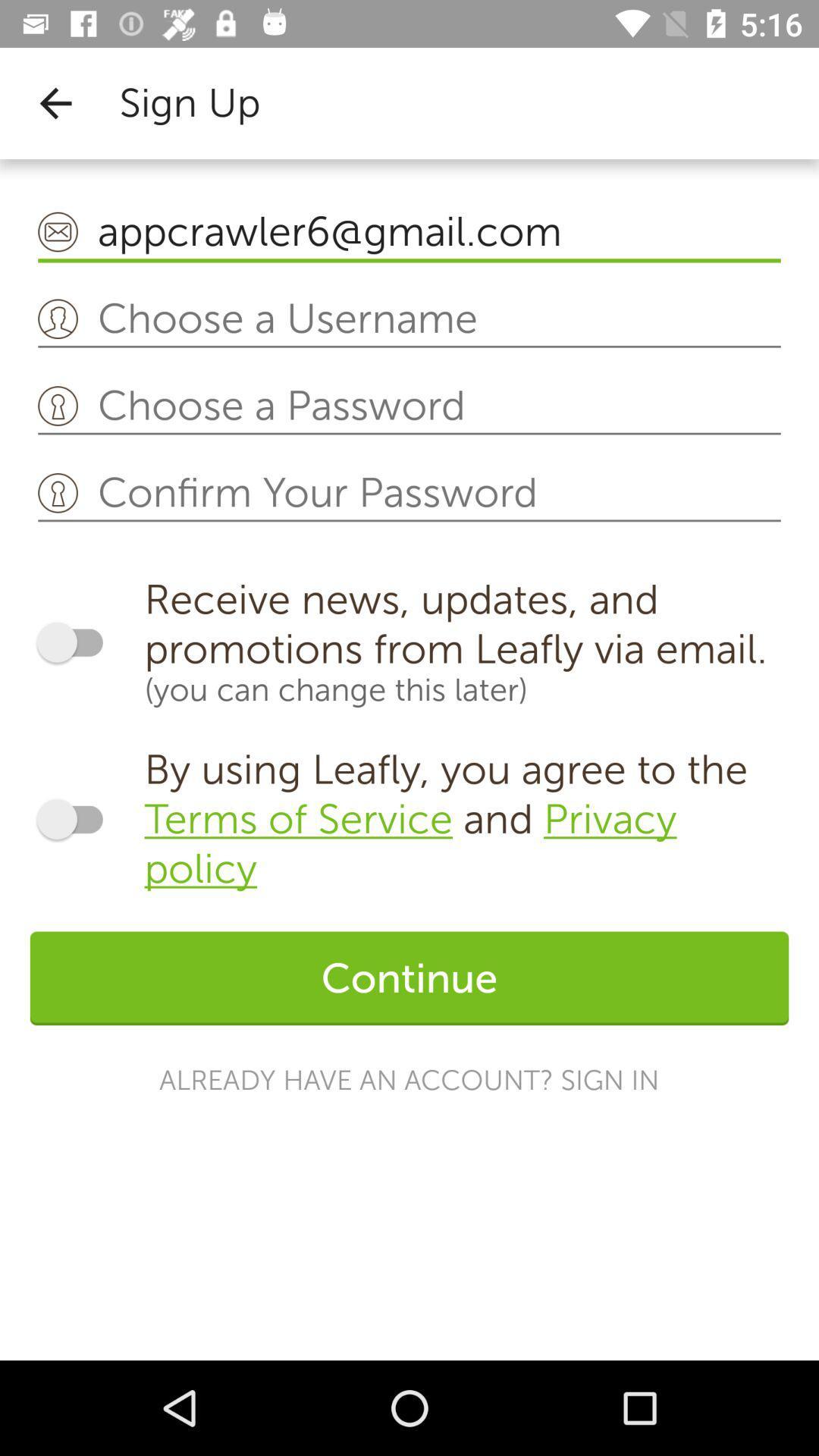 The height and width of the screenshot is (1456, 819). Describe the element at coordinates (77, 818) in the screenshot. I see `agree to terms` at that location.